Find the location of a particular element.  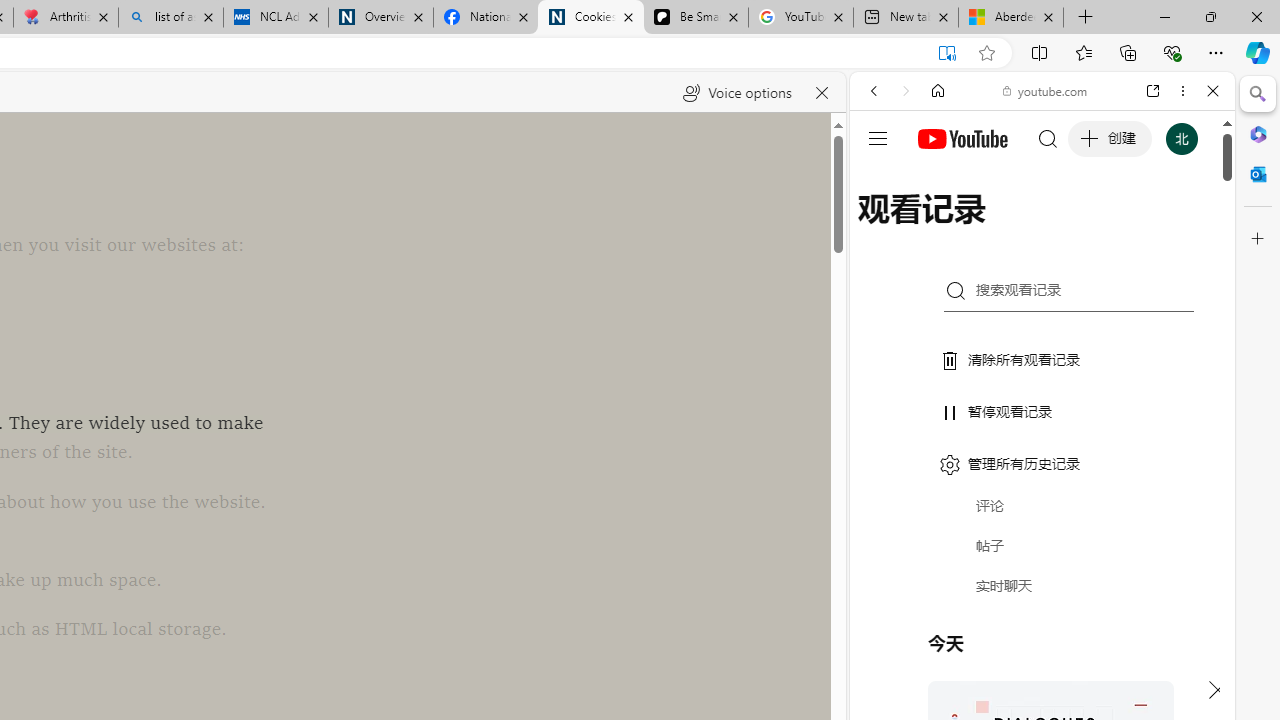

'This site scope' is located at coordinates (935, 180).